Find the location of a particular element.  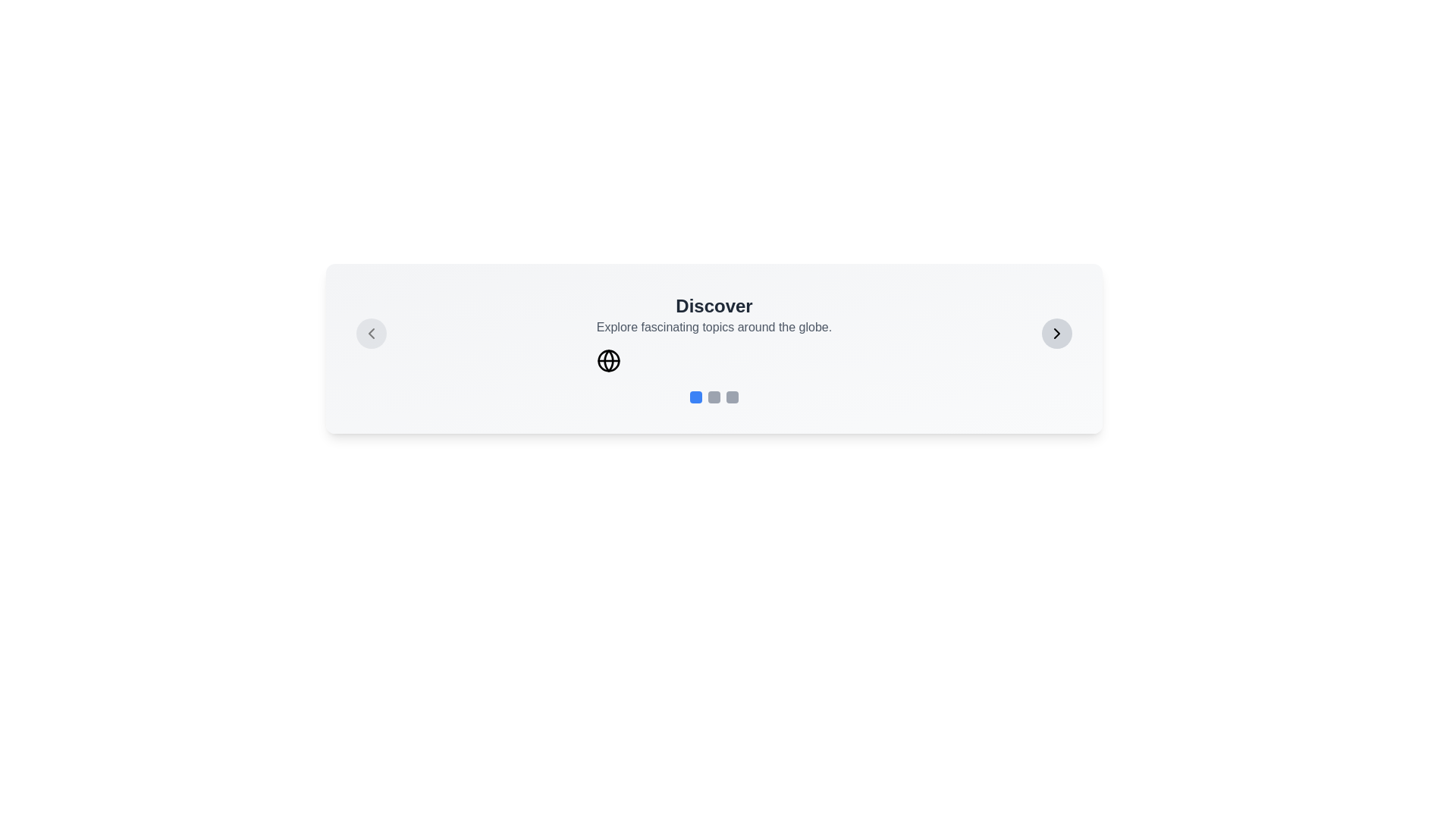

the second gray square icon, which is the Indicator square located between a blue icon and another gray icon at the bottom center of the interface is located at coordinates (713, 397).